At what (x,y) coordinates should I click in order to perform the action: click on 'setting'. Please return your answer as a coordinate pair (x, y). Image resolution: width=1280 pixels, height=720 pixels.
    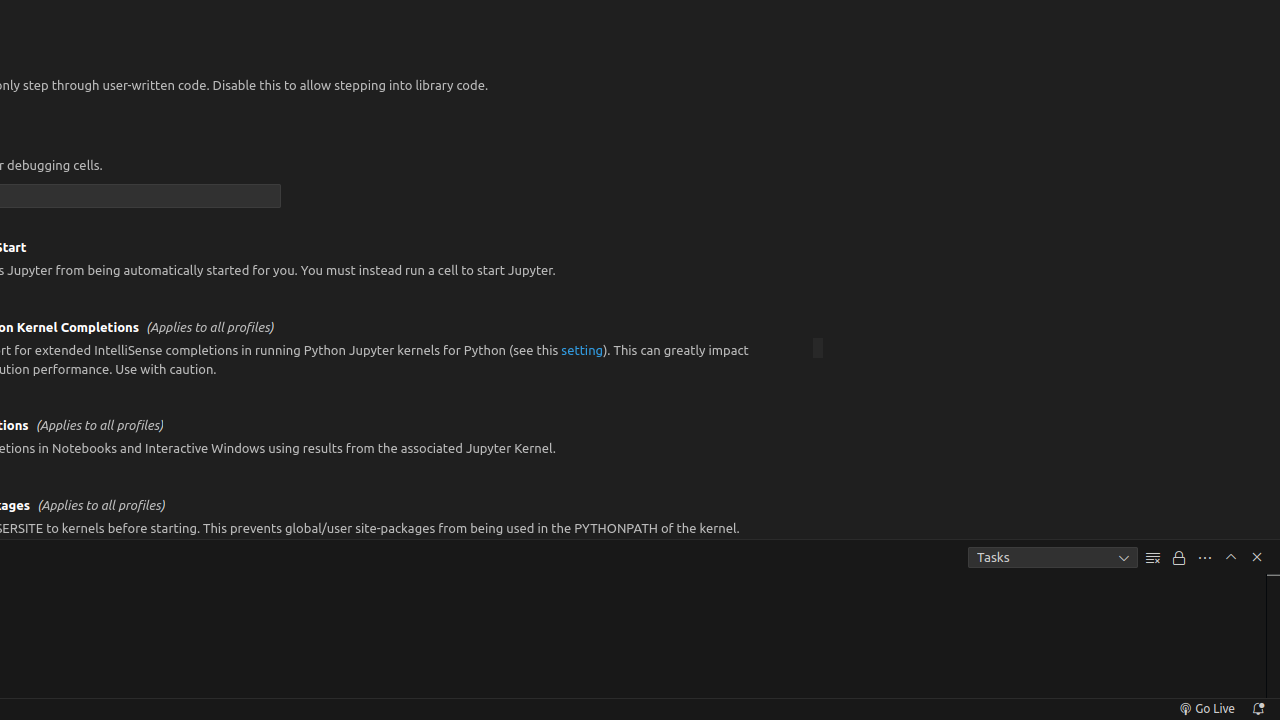
    Looking at the image, I should click on (581, 349).